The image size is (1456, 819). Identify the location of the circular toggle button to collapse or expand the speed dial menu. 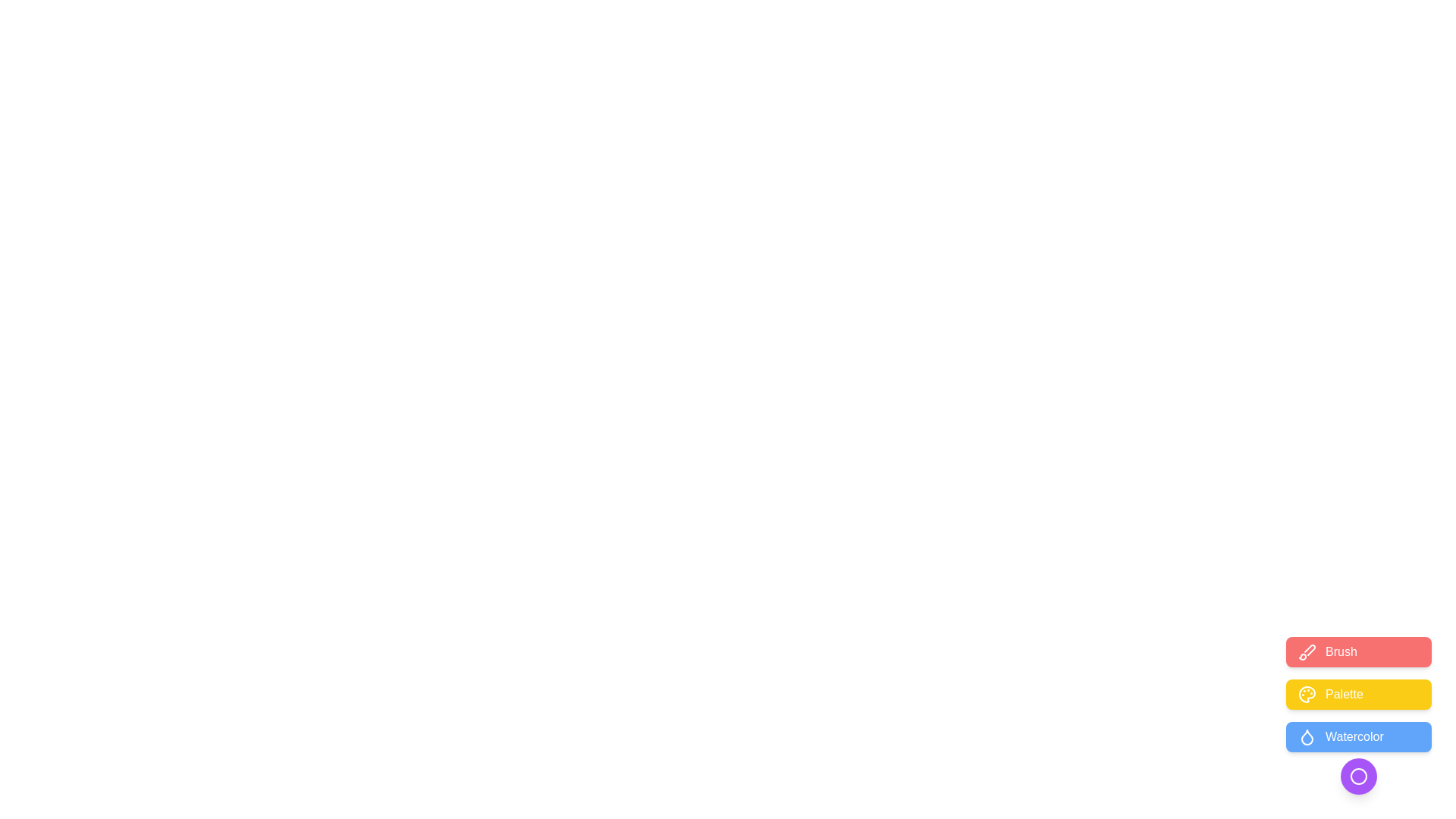
(1358, 776).